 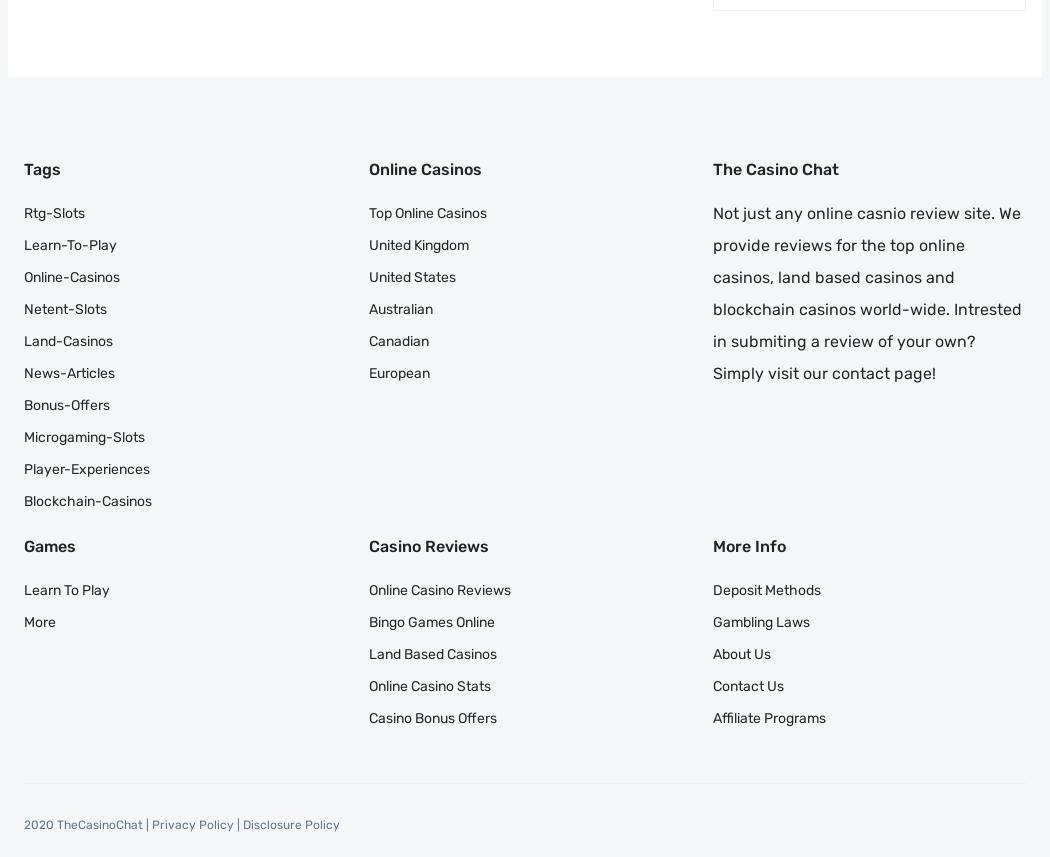 What do you see at coordinates (24, 371) in the screenshot?
I see `'news-articles'` at bounding box center [24, 371].